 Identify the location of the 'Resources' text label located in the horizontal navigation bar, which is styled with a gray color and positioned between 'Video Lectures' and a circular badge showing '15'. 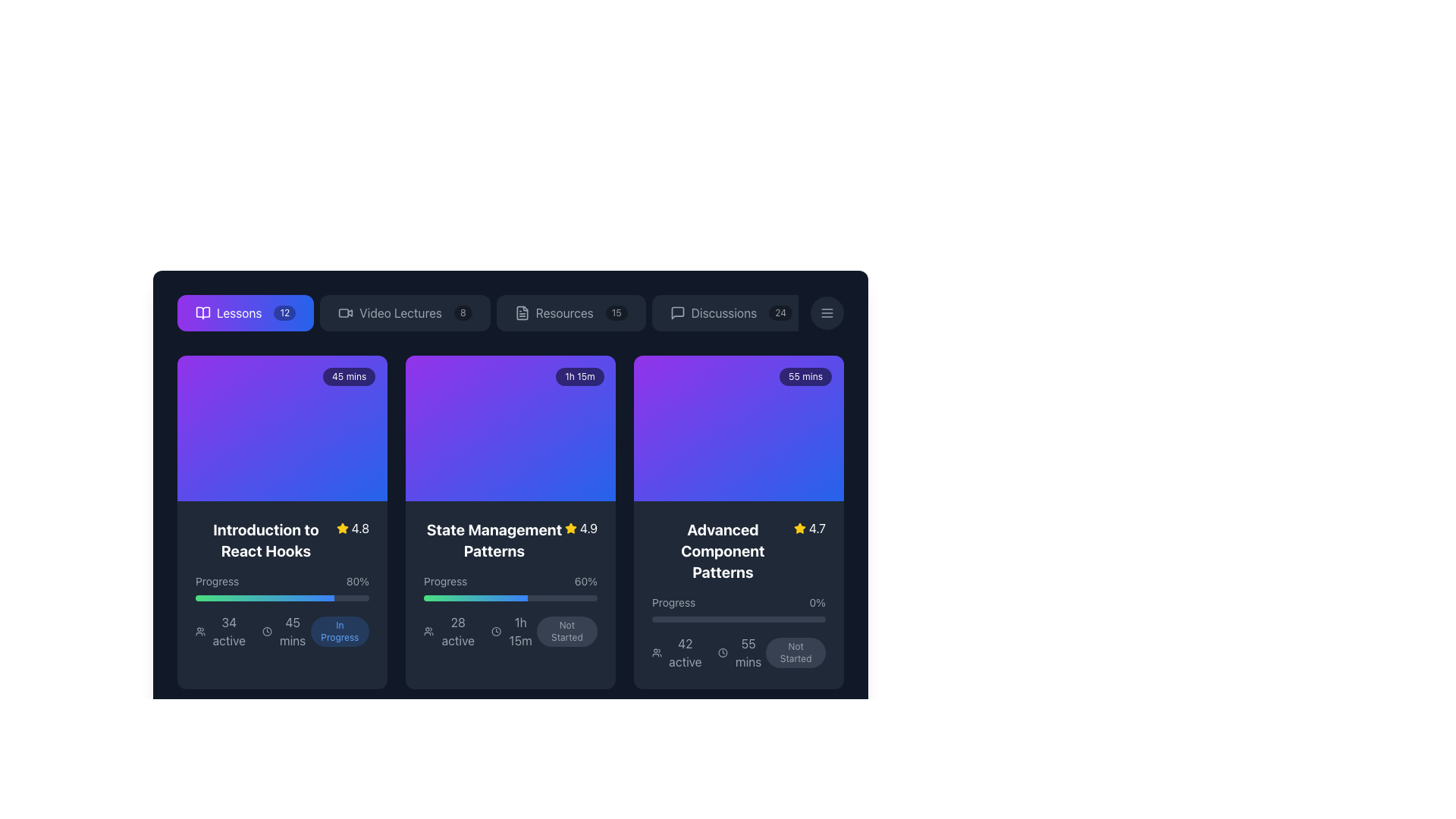
(563, 312).